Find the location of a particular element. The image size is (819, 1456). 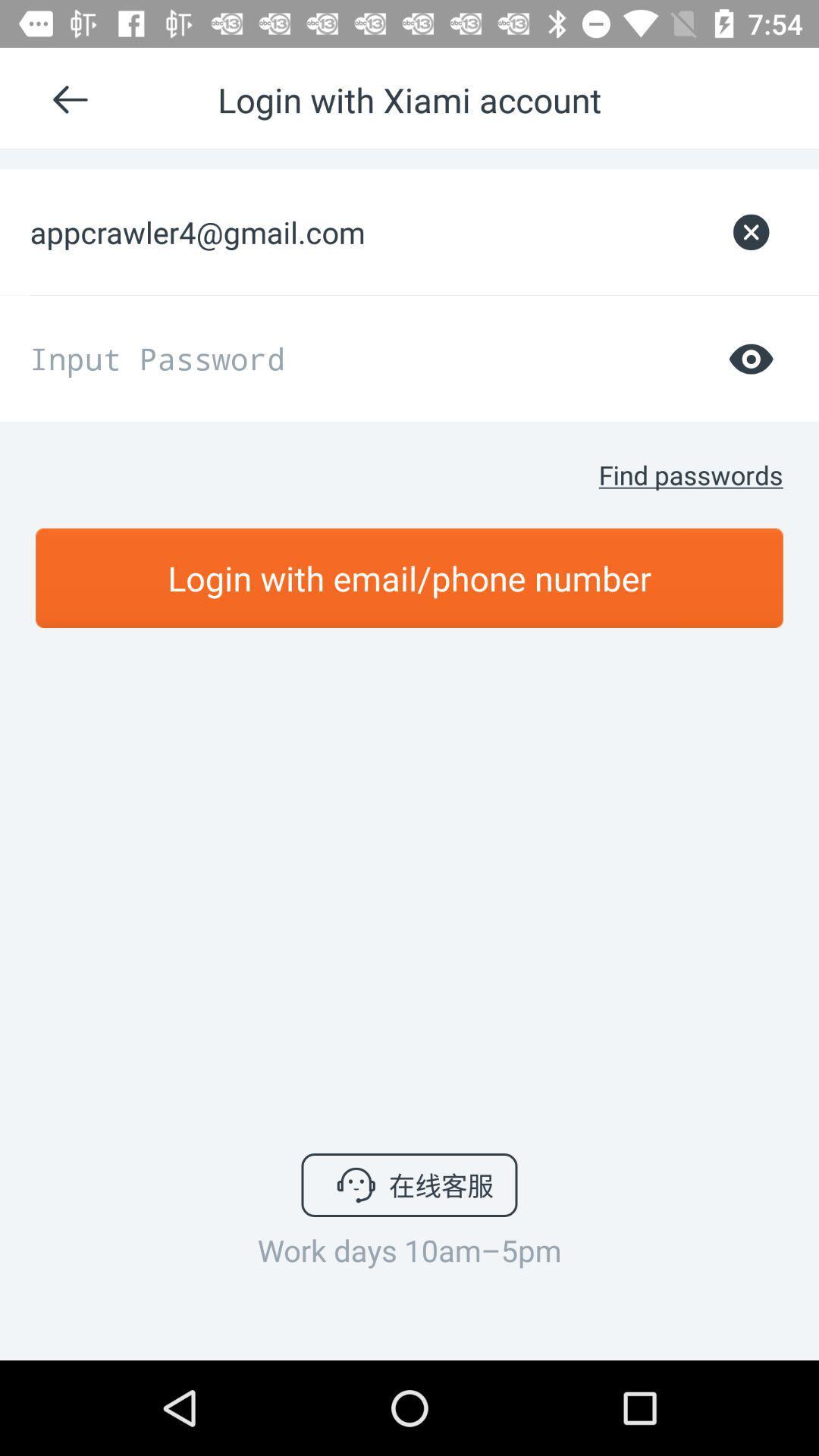

app above find passwords item is located at coordinates (751, 357).